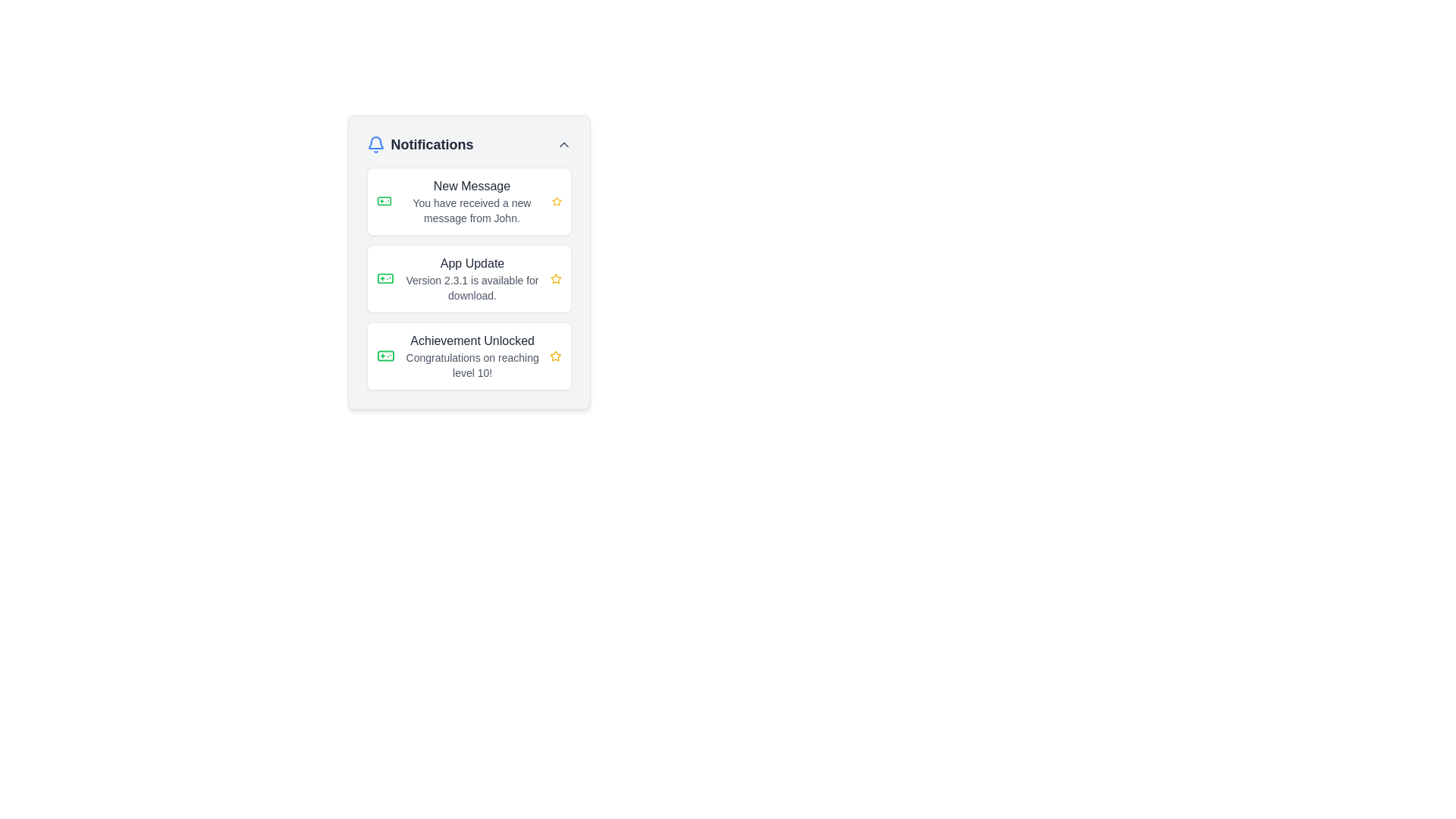 The image size is (1456, 819). Describe the element at coordinates (468, 278) in the screenshot. I see `the second notification card in the notification panel, which informs the user about update availability and version number` at that location.